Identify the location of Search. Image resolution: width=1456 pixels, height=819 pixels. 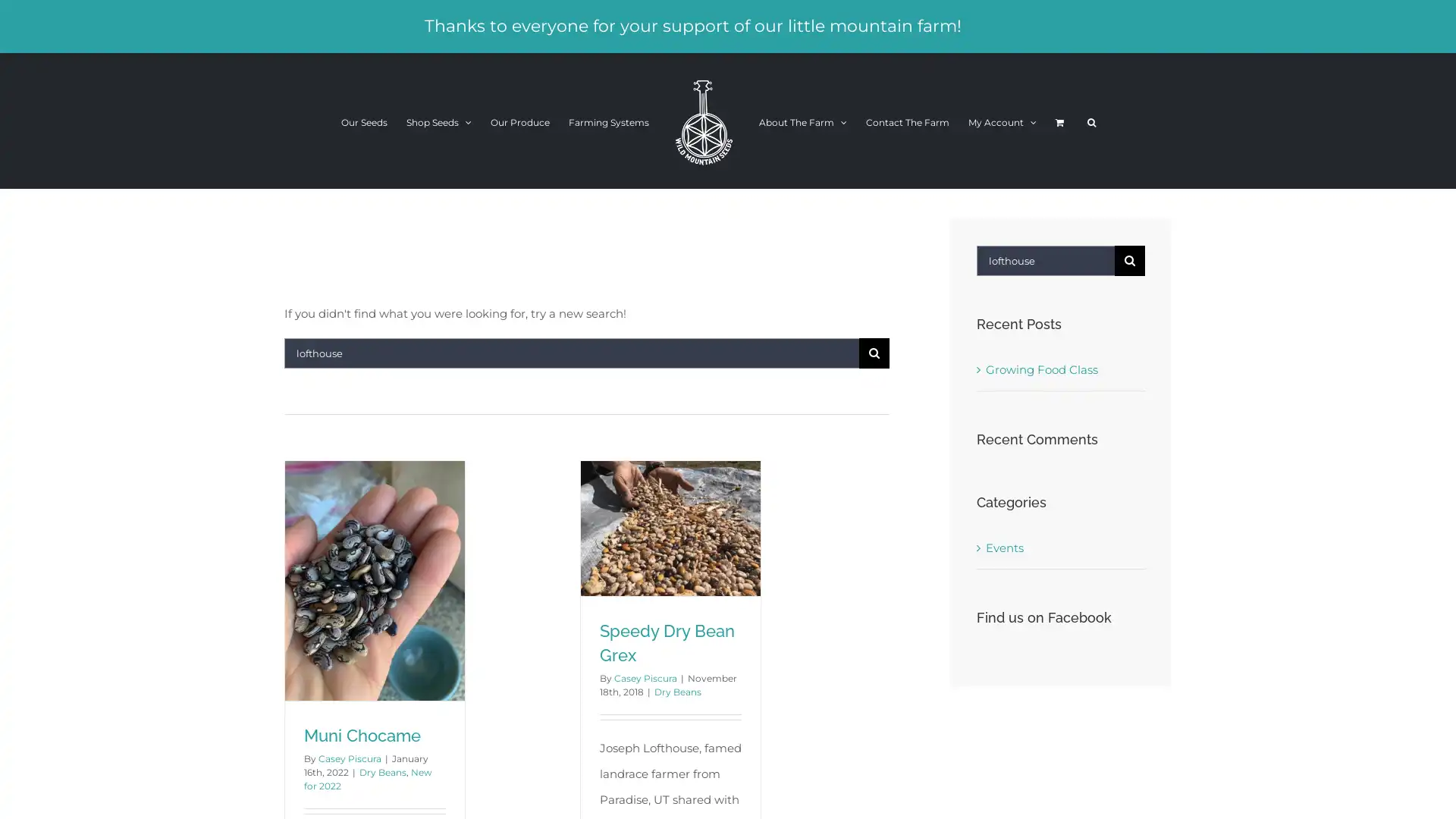
(1090, 119).